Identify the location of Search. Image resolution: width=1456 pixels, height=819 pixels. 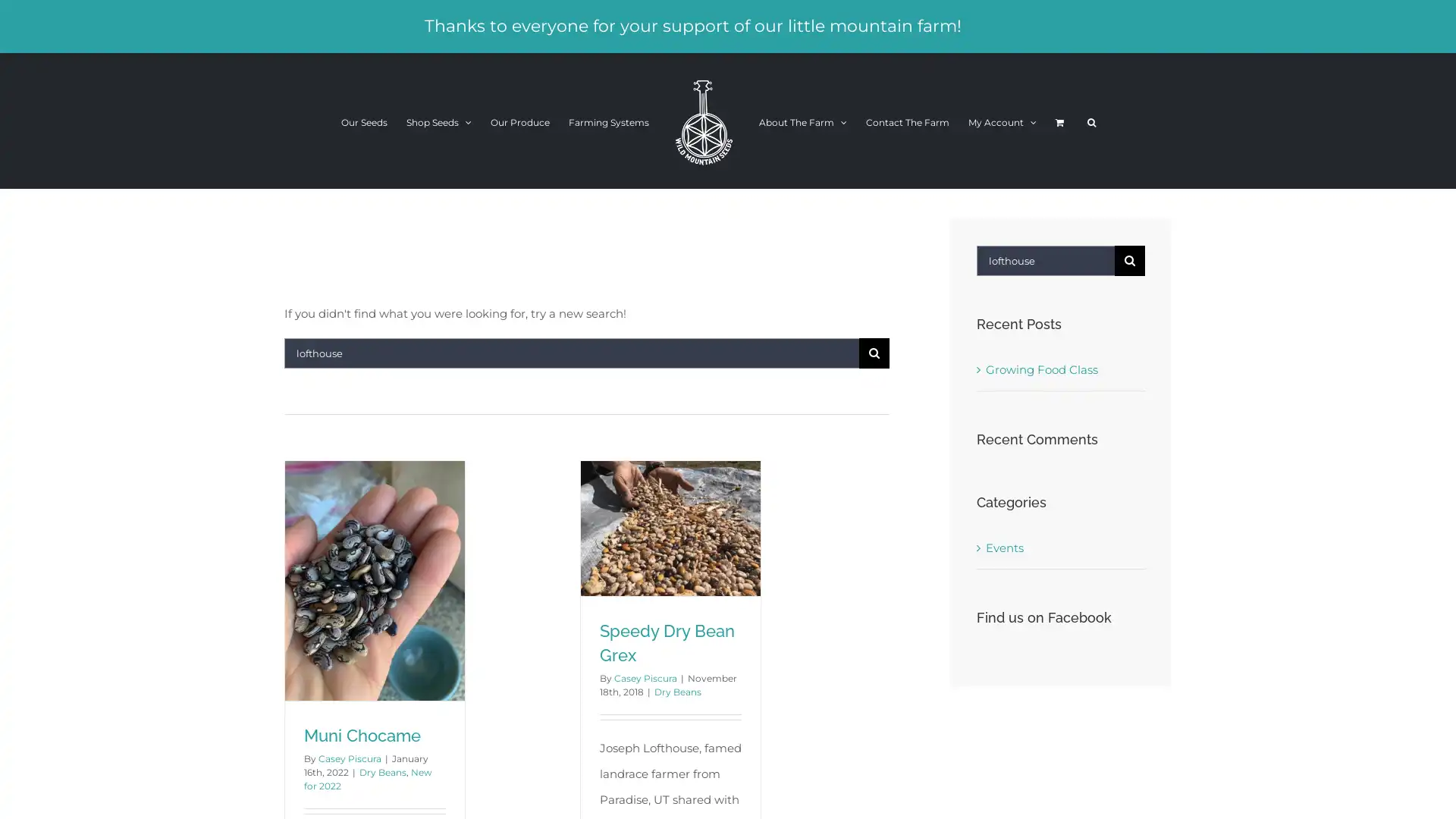
(1090, 119).